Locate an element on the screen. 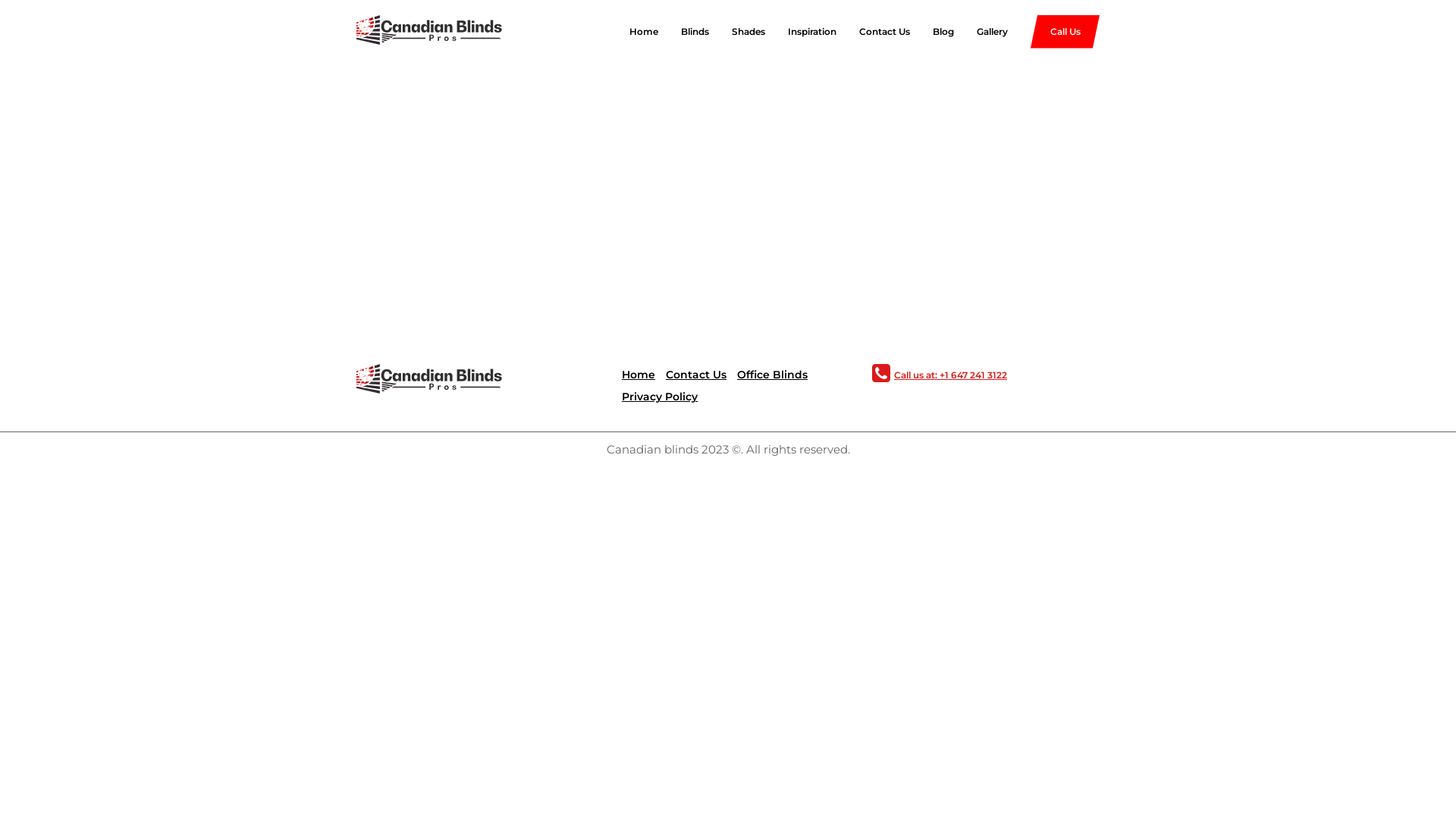 This screenshot has width=1456, height=819. 'Shades' is located at coordinates (736, 32).